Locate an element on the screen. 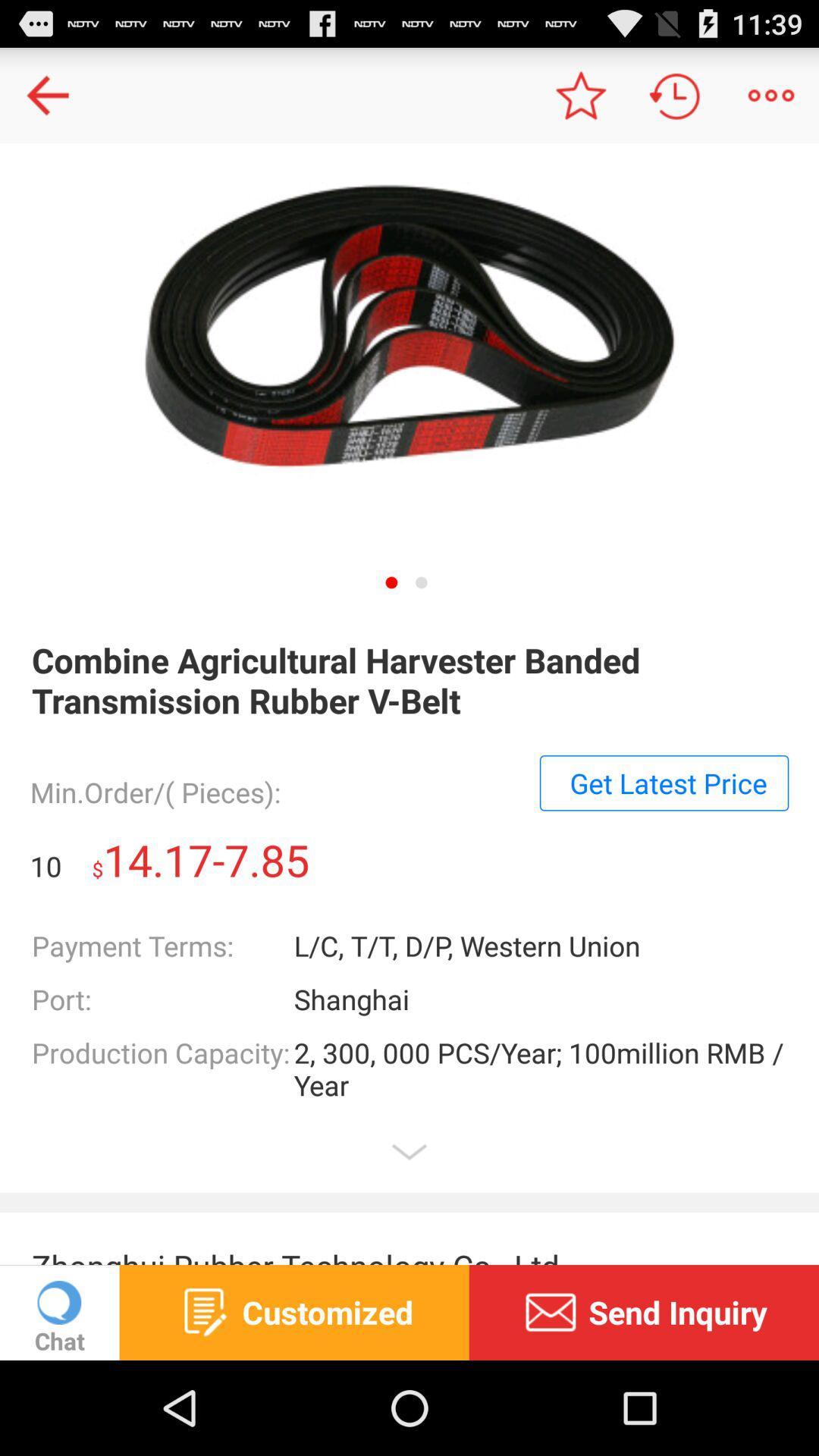 This screenshot has width=819, height=1456. the text below minorderpieces is located at coordinates (663, 783).